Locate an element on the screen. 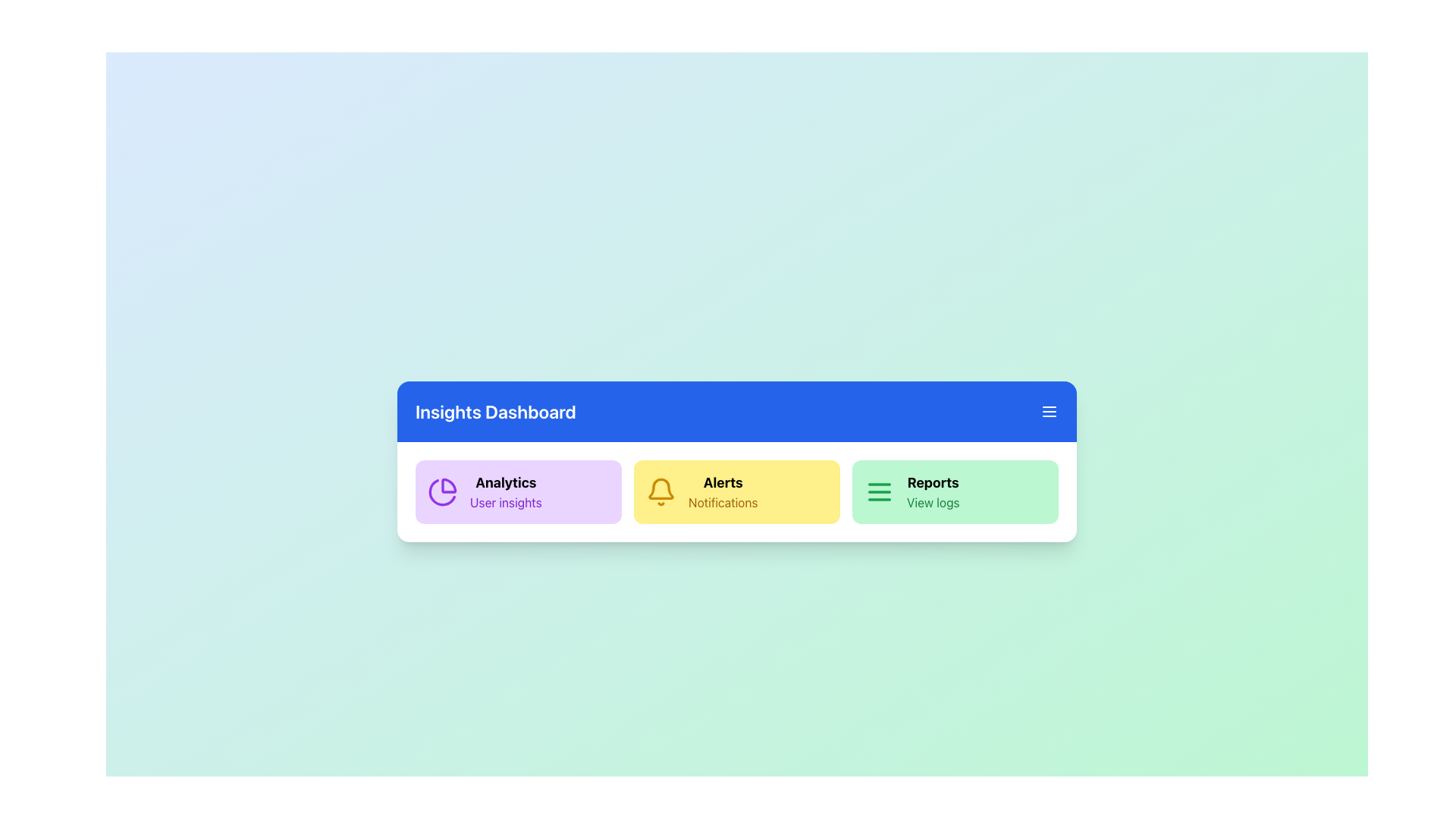 The image size is (1456, 819). the text component displaying the title 'Insights Dashboard' in bold sans-serif font, styled in blue color, located centrally within the blue header bar at the top of the card-like section is located at coordinates (495, 412).